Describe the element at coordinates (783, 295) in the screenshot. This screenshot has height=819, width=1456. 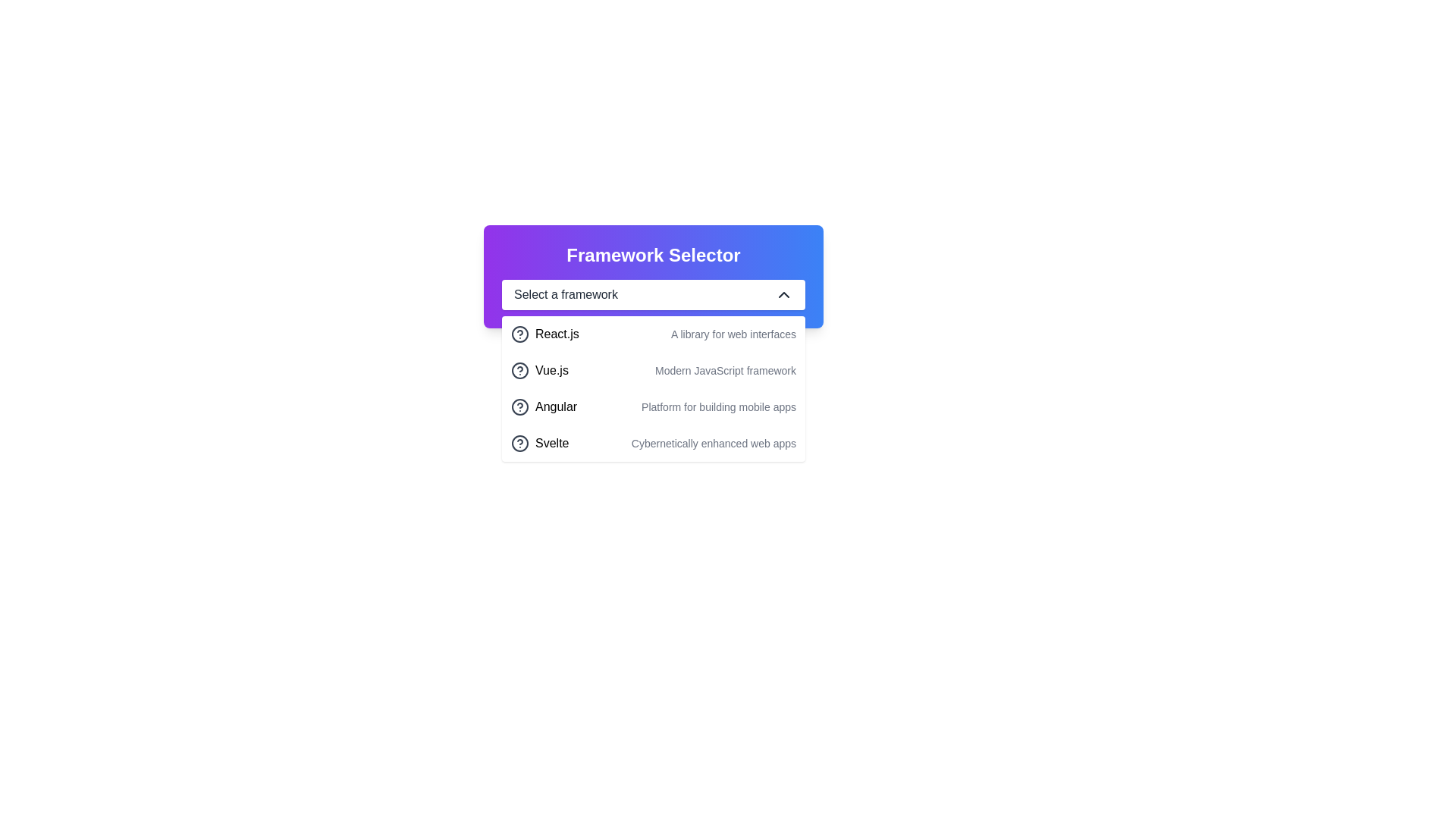
I see `the chevron indicator at the rightmost end of the 'Select a framework' dropdown menu` at that location.